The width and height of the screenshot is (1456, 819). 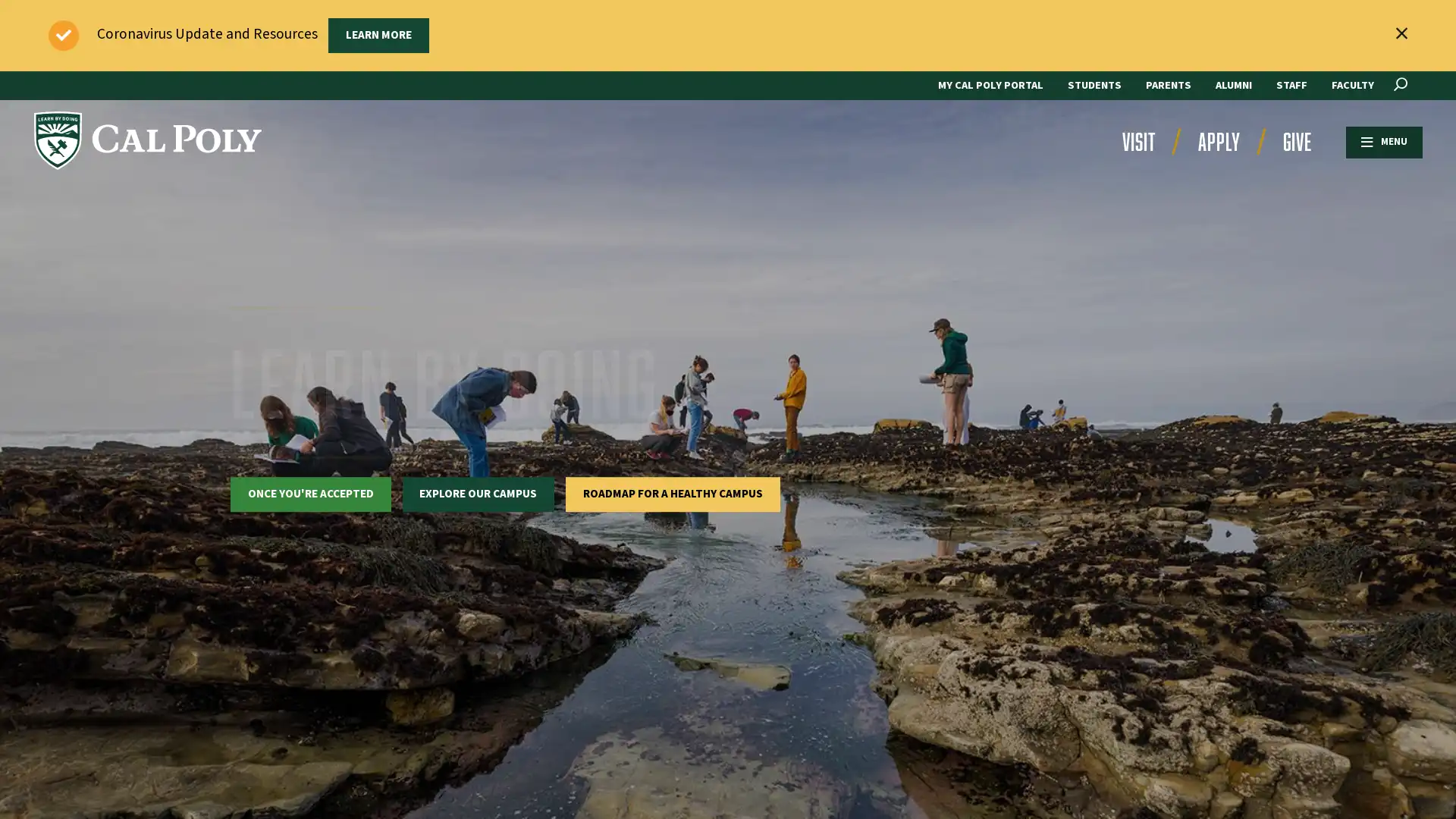 What do you see at coordinates (1400, 84) in the screenshot?
I see `Open Search Menu` at bounding box center [1400, 84].